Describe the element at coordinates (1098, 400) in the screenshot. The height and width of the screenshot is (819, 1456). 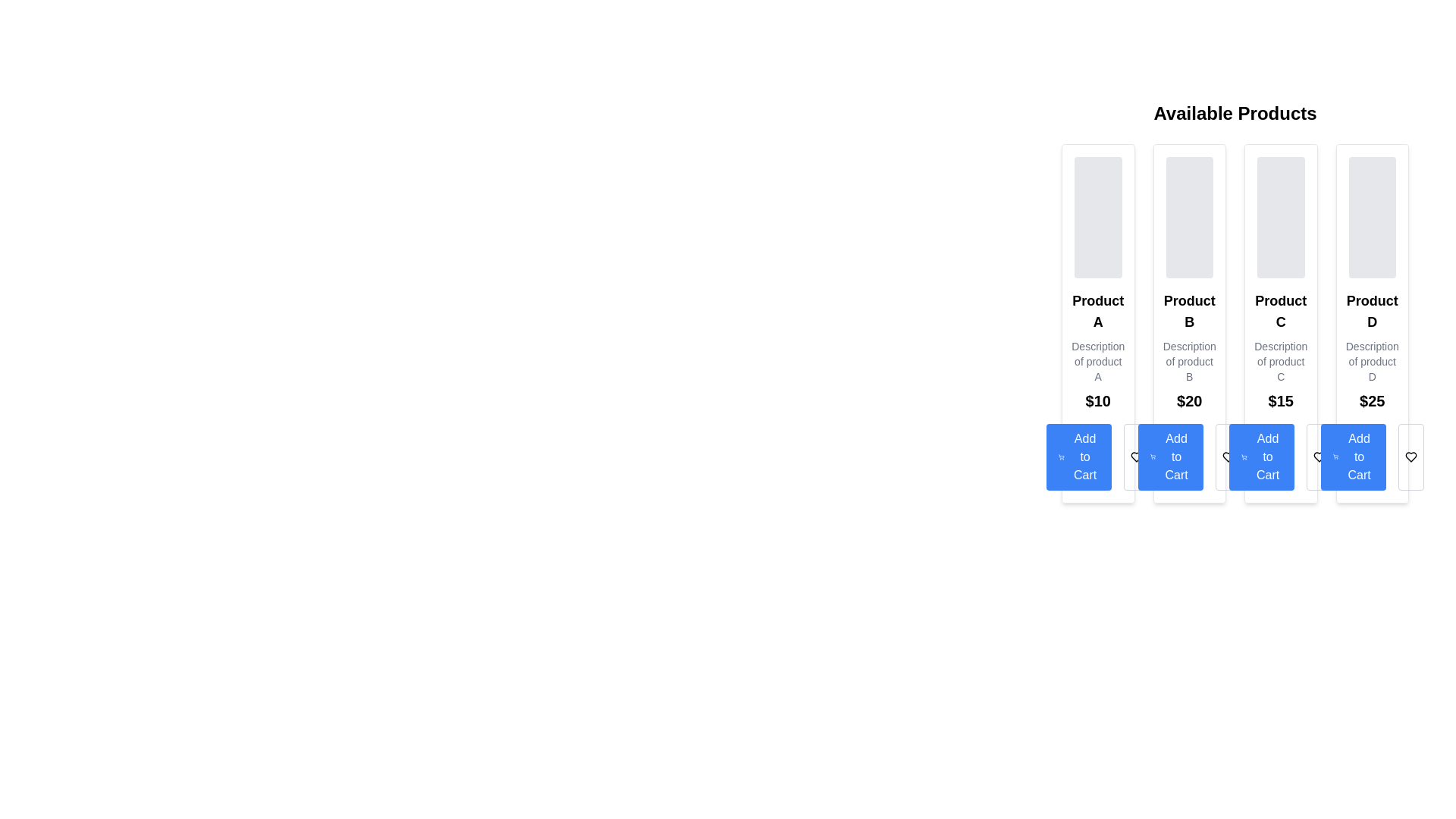
I see `price information text located below the description text of 'Product A' and above the 'Add to Cart' button in the product card layout` at that location.